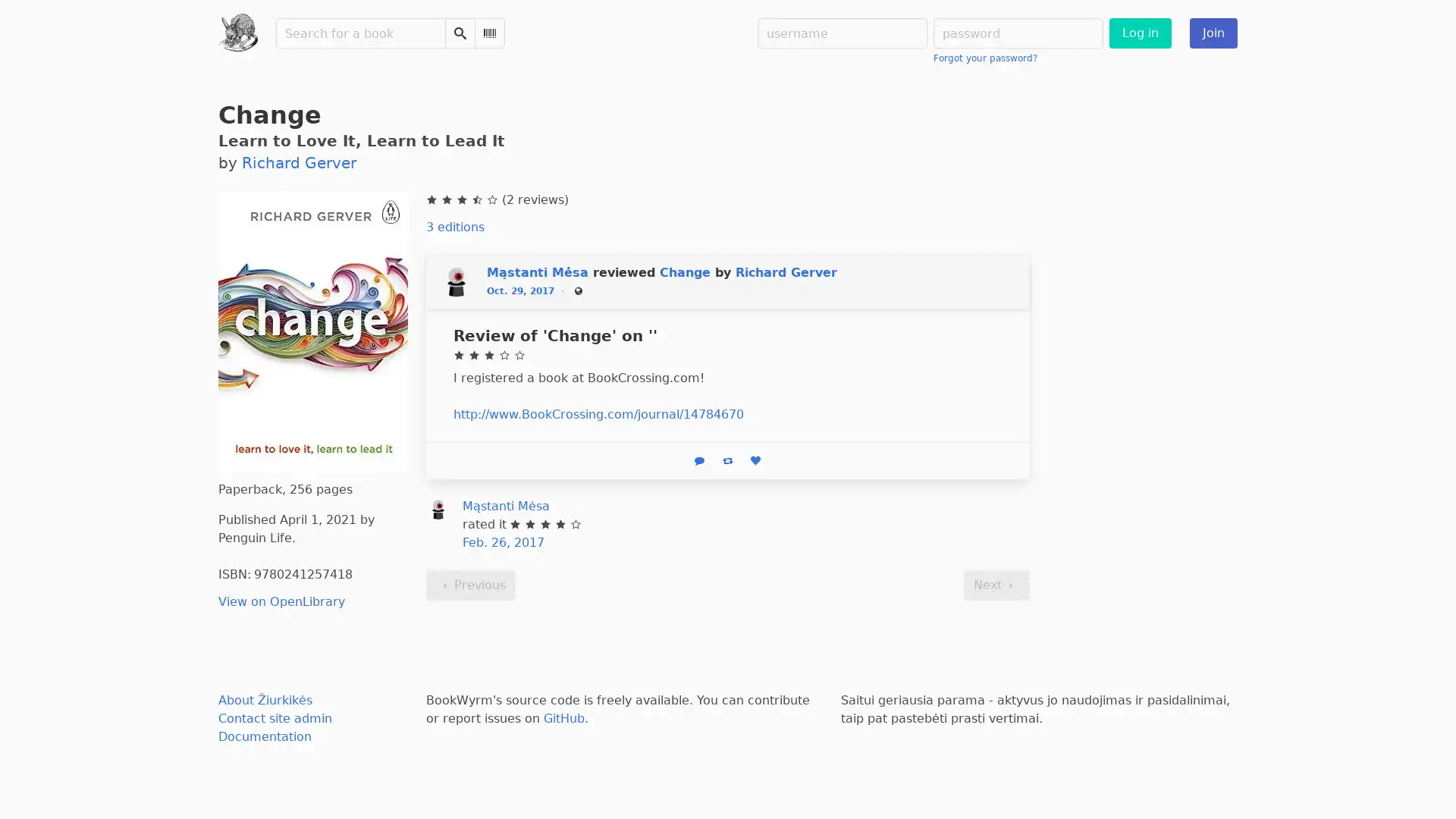 The image size is (1456, 819). Describe the element at coordinates (1139, 33) in the screenshot. I see `Log in` at that location.